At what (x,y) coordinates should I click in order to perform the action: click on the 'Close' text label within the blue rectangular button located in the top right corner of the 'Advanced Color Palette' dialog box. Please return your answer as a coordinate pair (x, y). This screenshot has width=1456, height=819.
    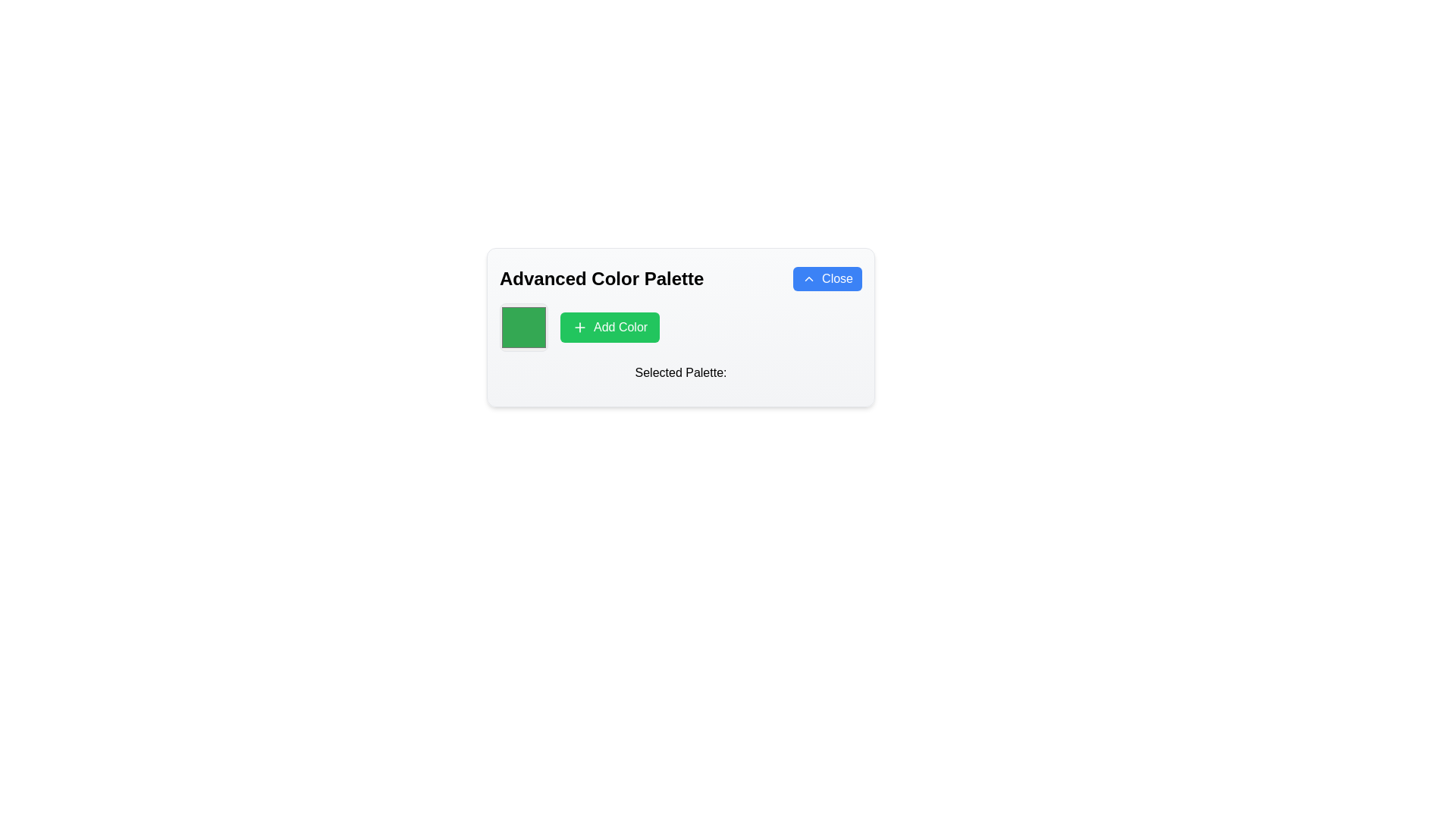
    Looking at the image, I should click on (836, 278).